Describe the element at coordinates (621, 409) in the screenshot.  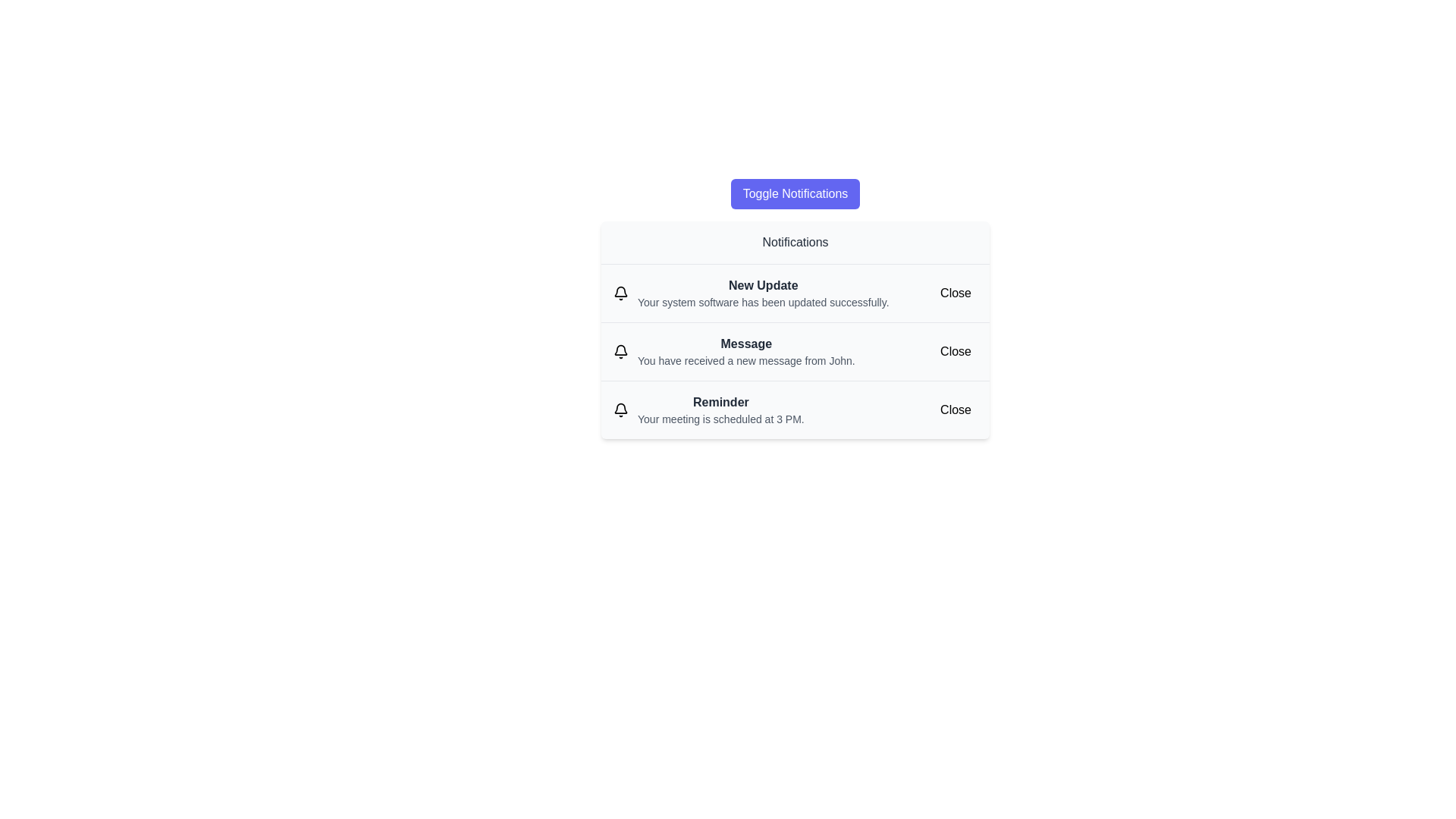
I see `the notification bell icon located to the left of the 'Reminder' text in the notification entry` at that location.